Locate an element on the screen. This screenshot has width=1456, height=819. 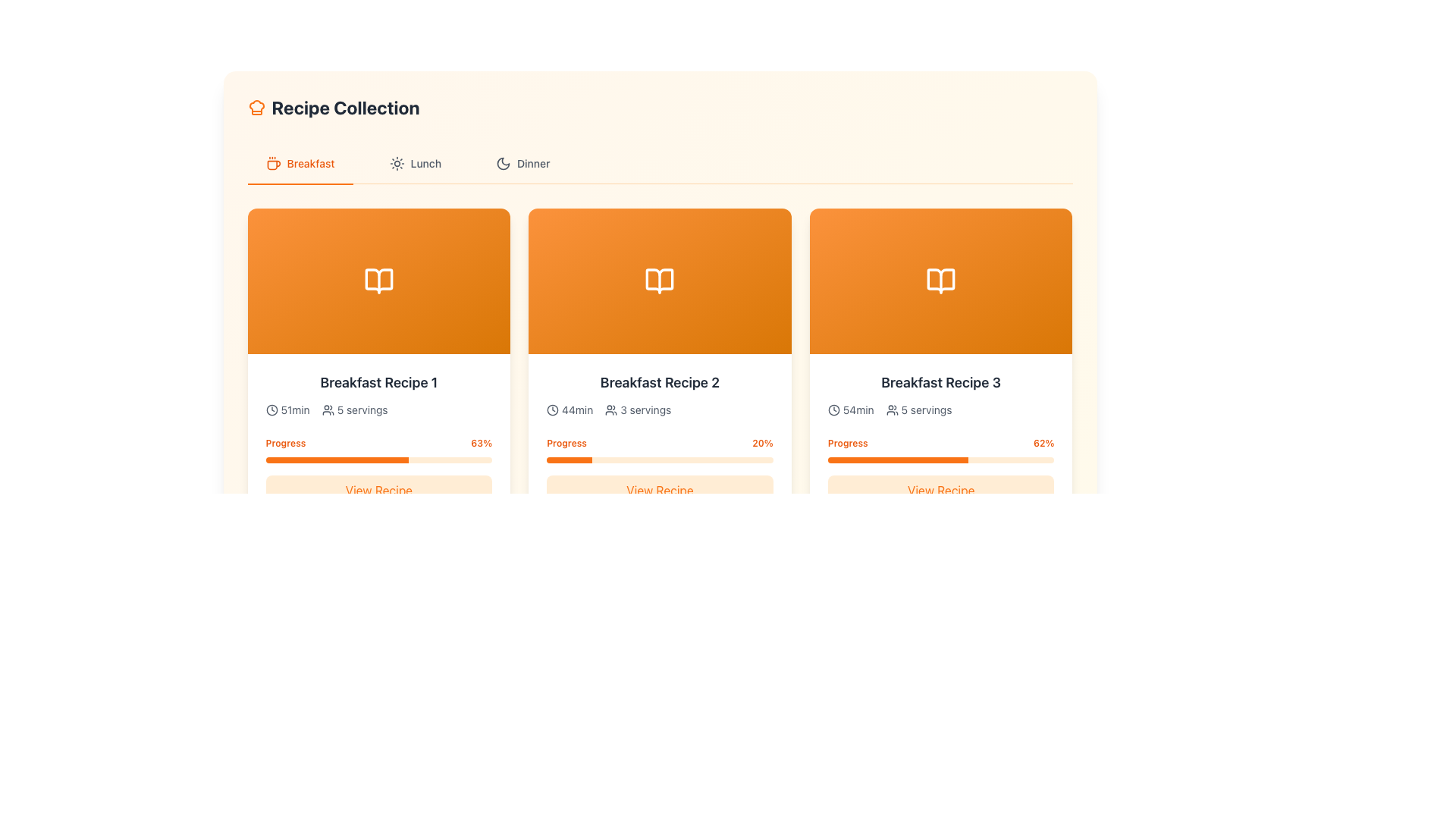
static informative text displaying '54min' and '5 servings' with accompanying icons, located in the card titled 'Breakfast Recipe 3' near the middle, above the 'Progress 62%' text is located at coordinates (940, 409).